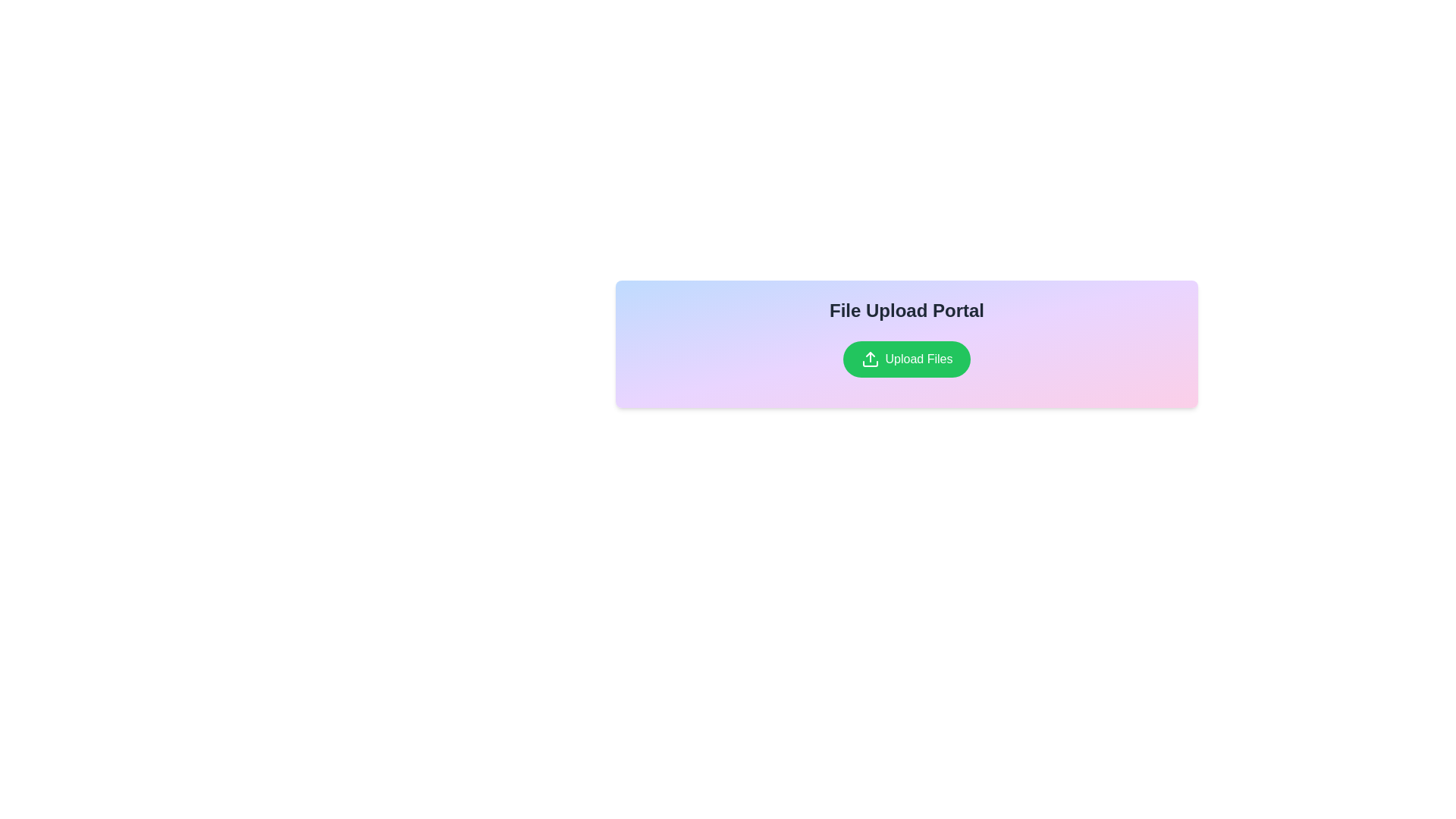 Image resolution: width=1456 pixels, height=819 pixels. What do you see at coordinates (906, 359) in the screenshot?
I see `the primary action button for file uploads, located below the 'File Upload Portal' section, to observe its hover effects` at bounding box center [906, 359].